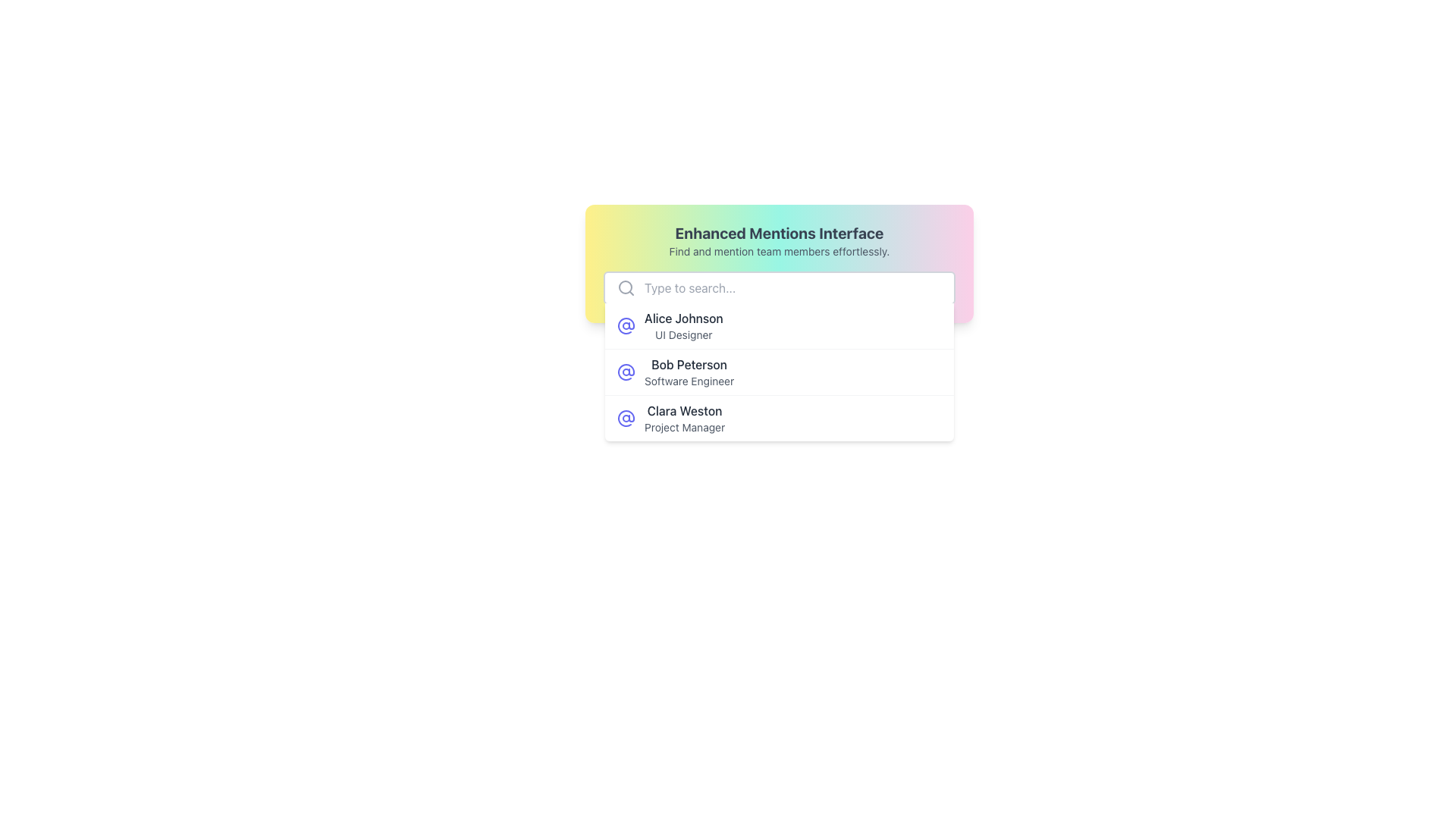 This screenshot has width=1456, height=819. What do you see at coordinates (682, 325) in the screenshot?
I see `the text display showing 'Alice Johnson' with the designation 'UI Designer', which is the first item` at bounding box center [682, 325].